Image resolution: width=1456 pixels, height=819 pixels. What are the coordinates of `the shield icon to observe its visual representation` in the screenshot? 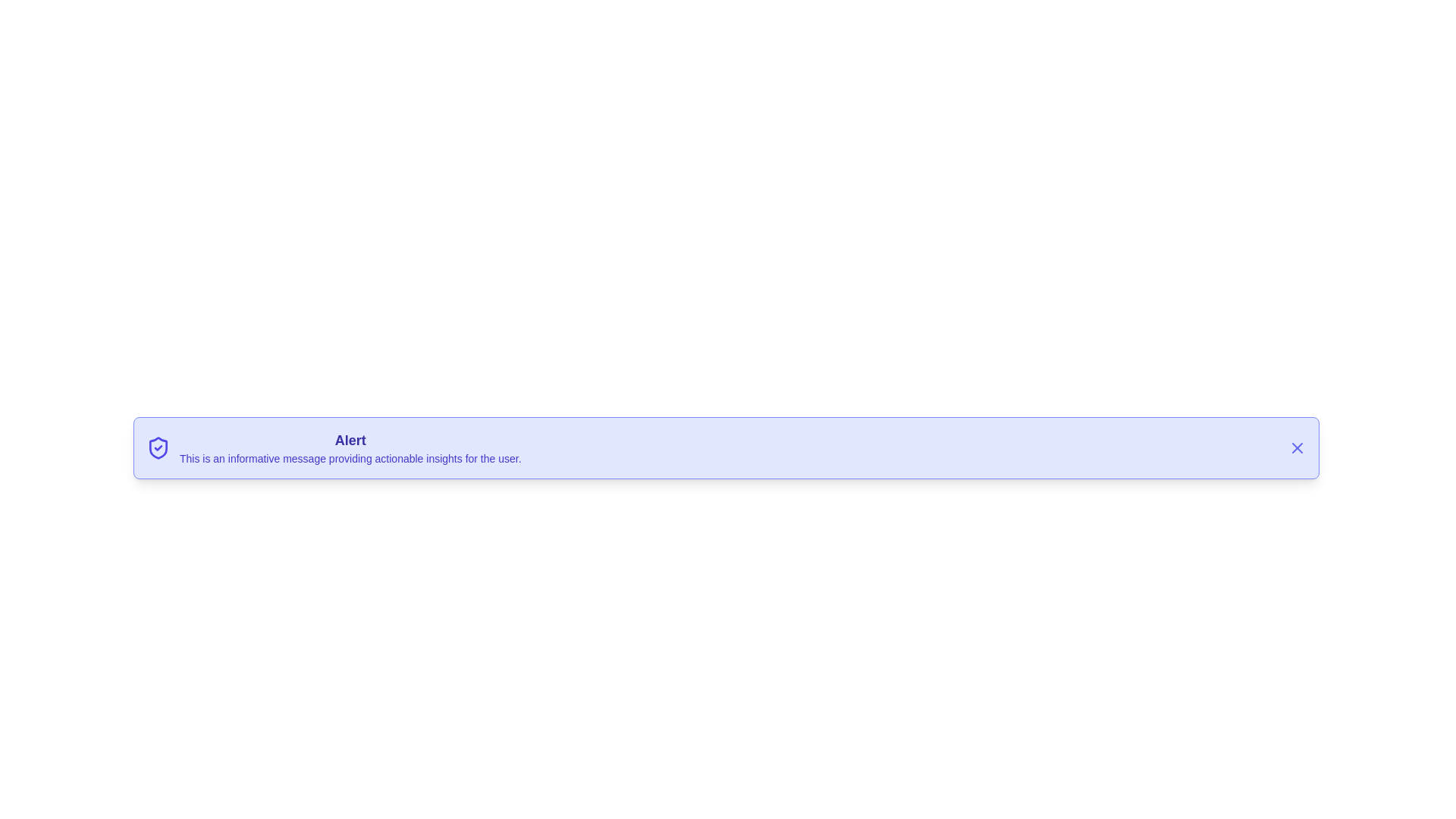 It's located at (158, 447).